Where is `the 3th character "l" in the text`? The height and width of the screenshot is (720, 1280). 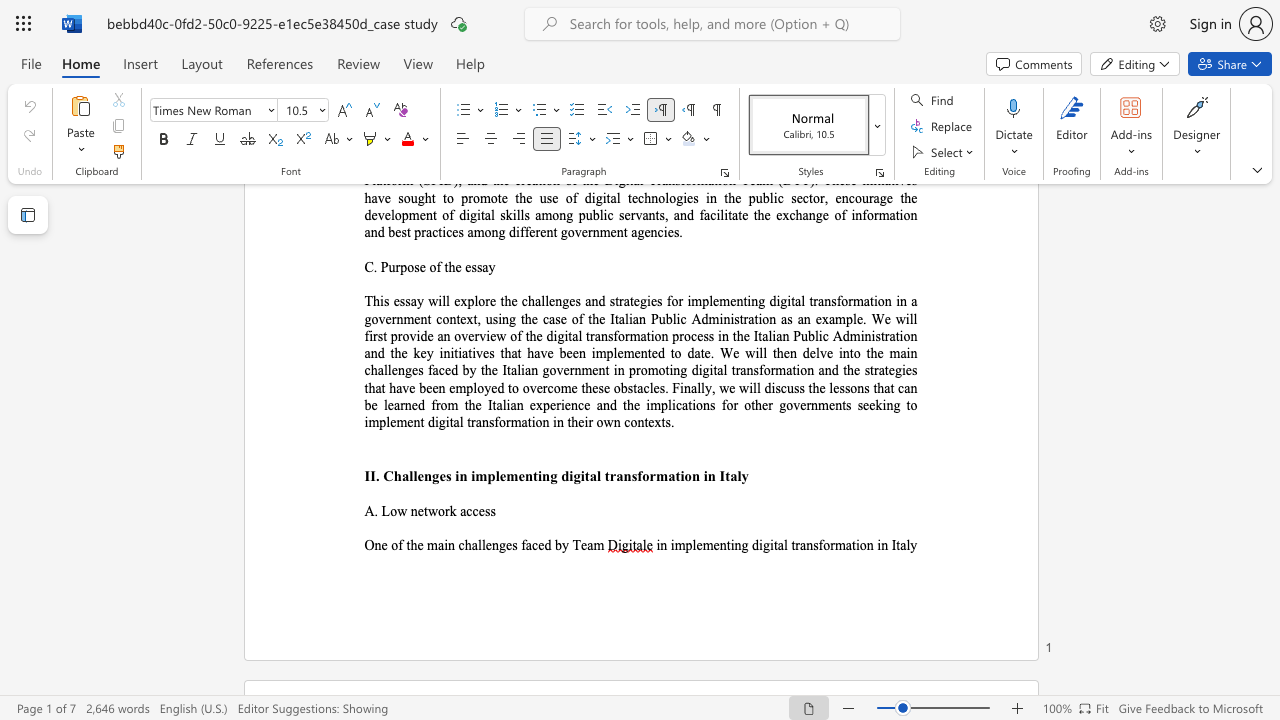
the 3th character "l" in the text is located at coordinates (907, 545).